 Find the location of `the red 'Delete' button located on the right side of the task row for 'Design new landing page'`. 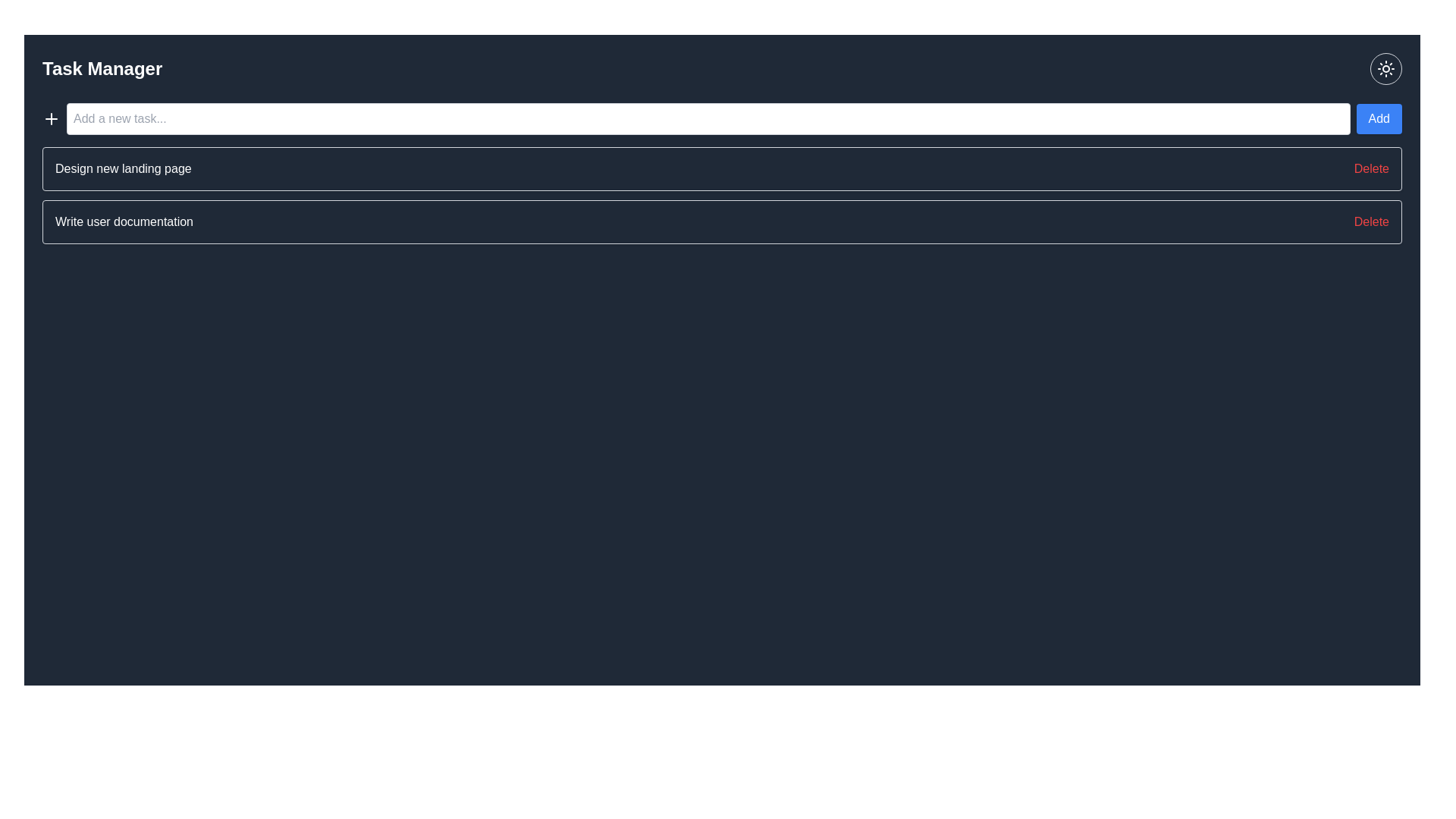

the red 'Delete' button located on the right side of the task row for 'Design new landing page' is located at coordinates (1371, 169).